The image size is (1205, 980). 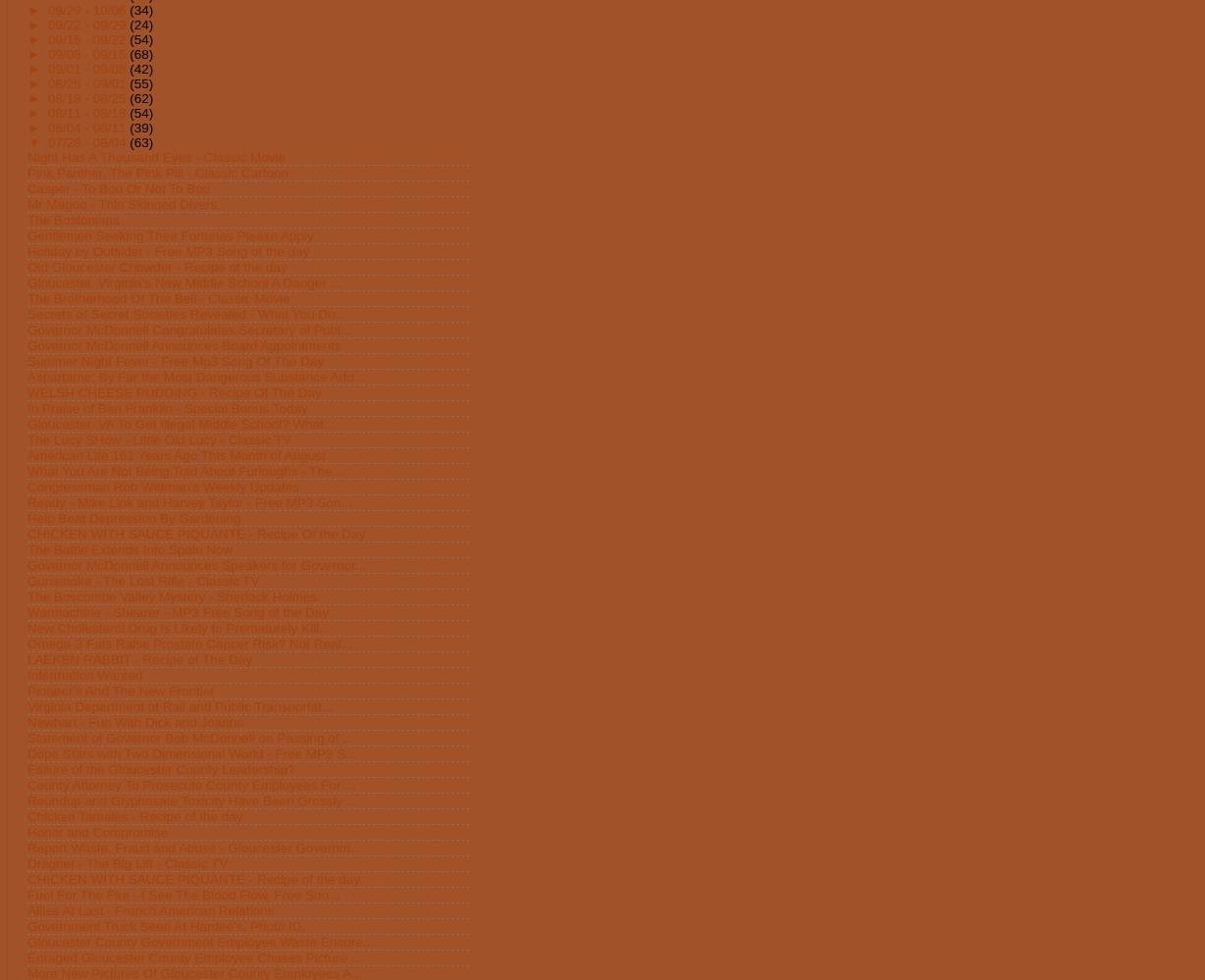 What do you see at coordinates (155, 156) in the screenshot?
I see `'Night Has A Thousand Eyes - Classic Movie'` at bounding box center [155, 156].